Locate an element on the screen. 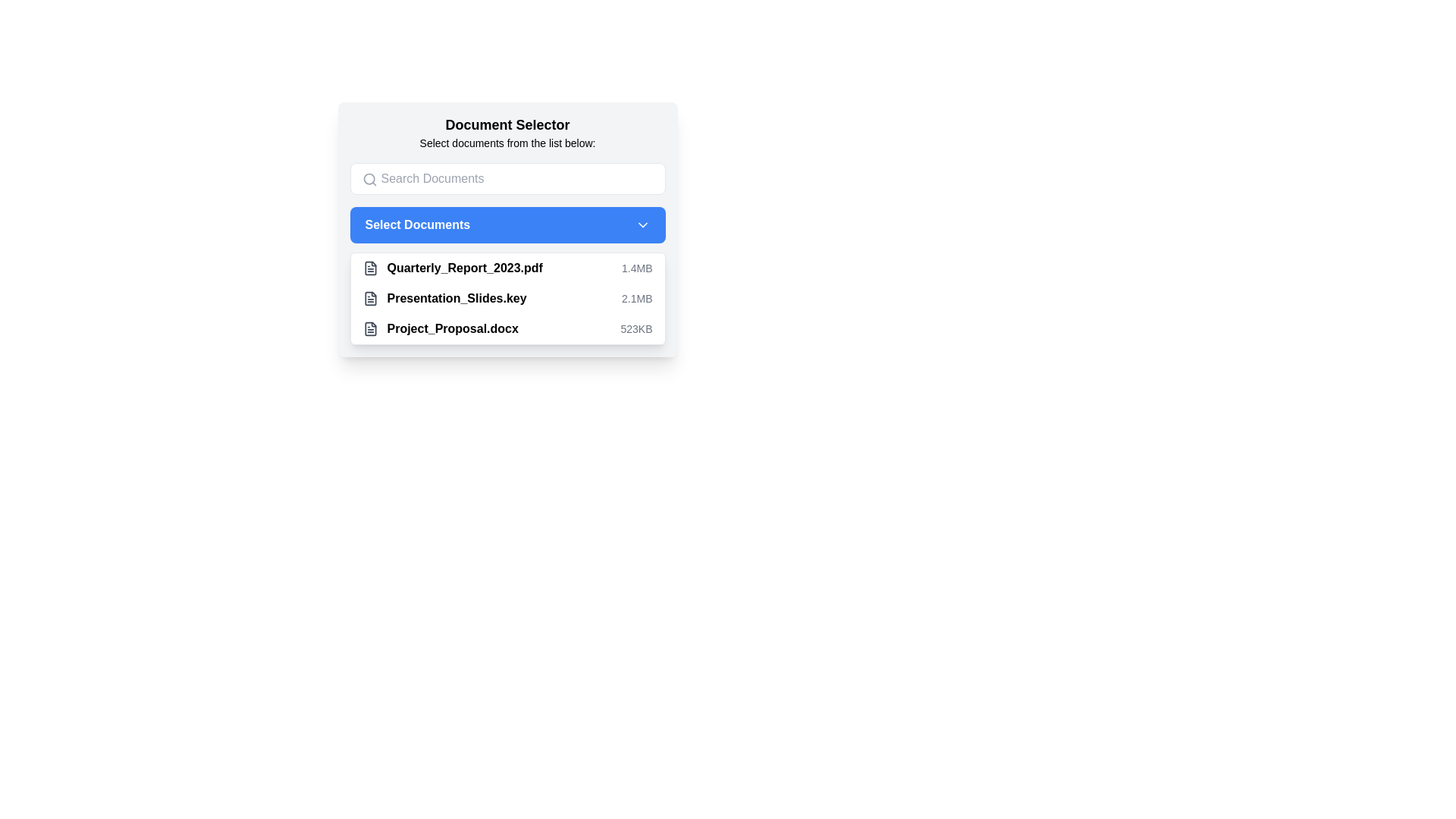  the text label that provides information about the size of the corresponding file, located at the right end of the second entry in the document list, following the filename 'Presentation_Slides.key' is located at coordinates (637, 298).